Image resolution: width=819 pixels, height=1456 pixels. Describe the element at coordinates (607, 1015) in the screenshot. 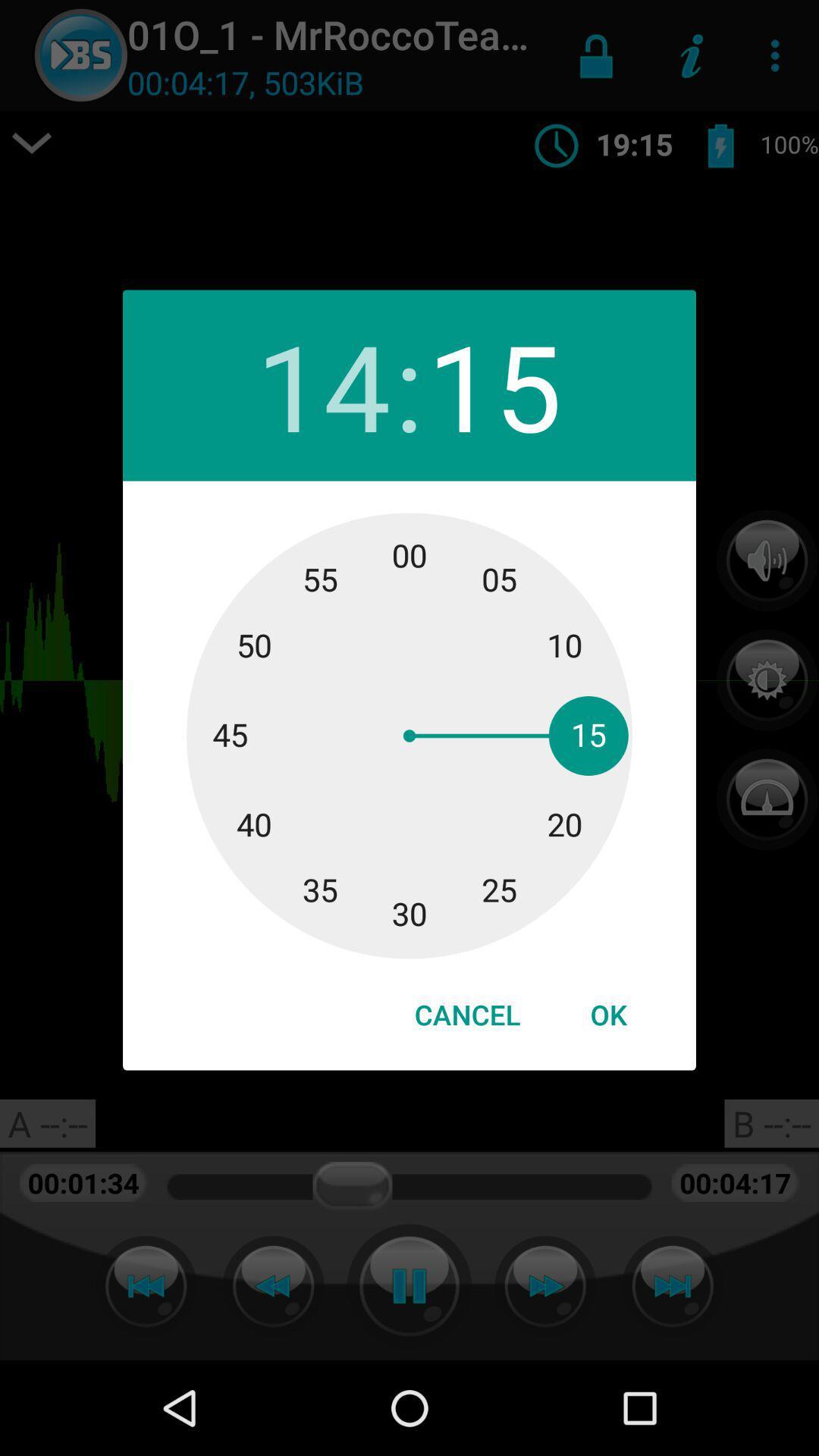

I see `the item to the right of cancel item` at that location.